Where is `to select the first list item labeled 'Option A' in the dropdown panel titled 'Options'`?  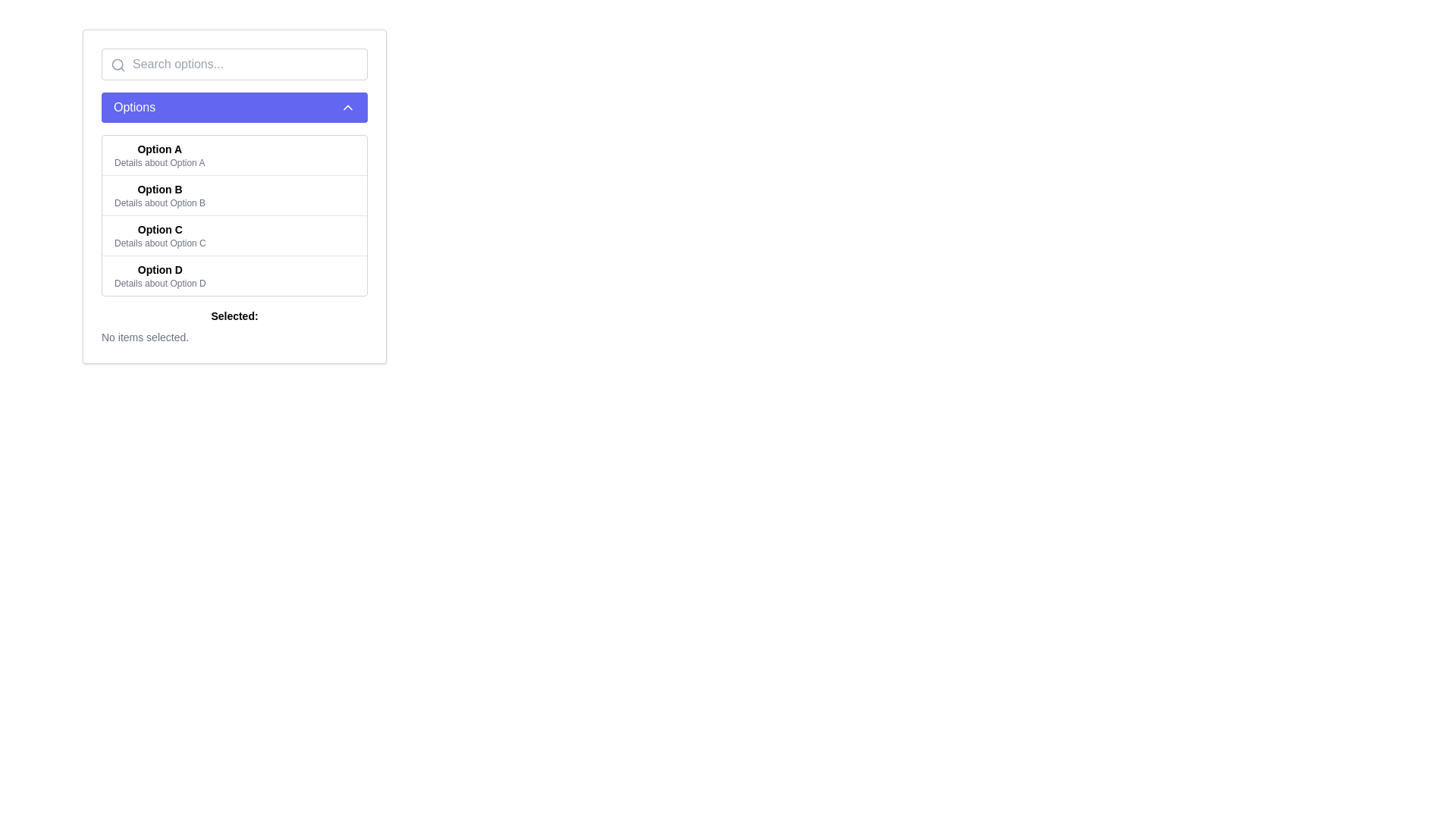 to select the first list item labeled 'Option A' in the dropdown panel titled 'Options' is located at coordinates (159, 155).